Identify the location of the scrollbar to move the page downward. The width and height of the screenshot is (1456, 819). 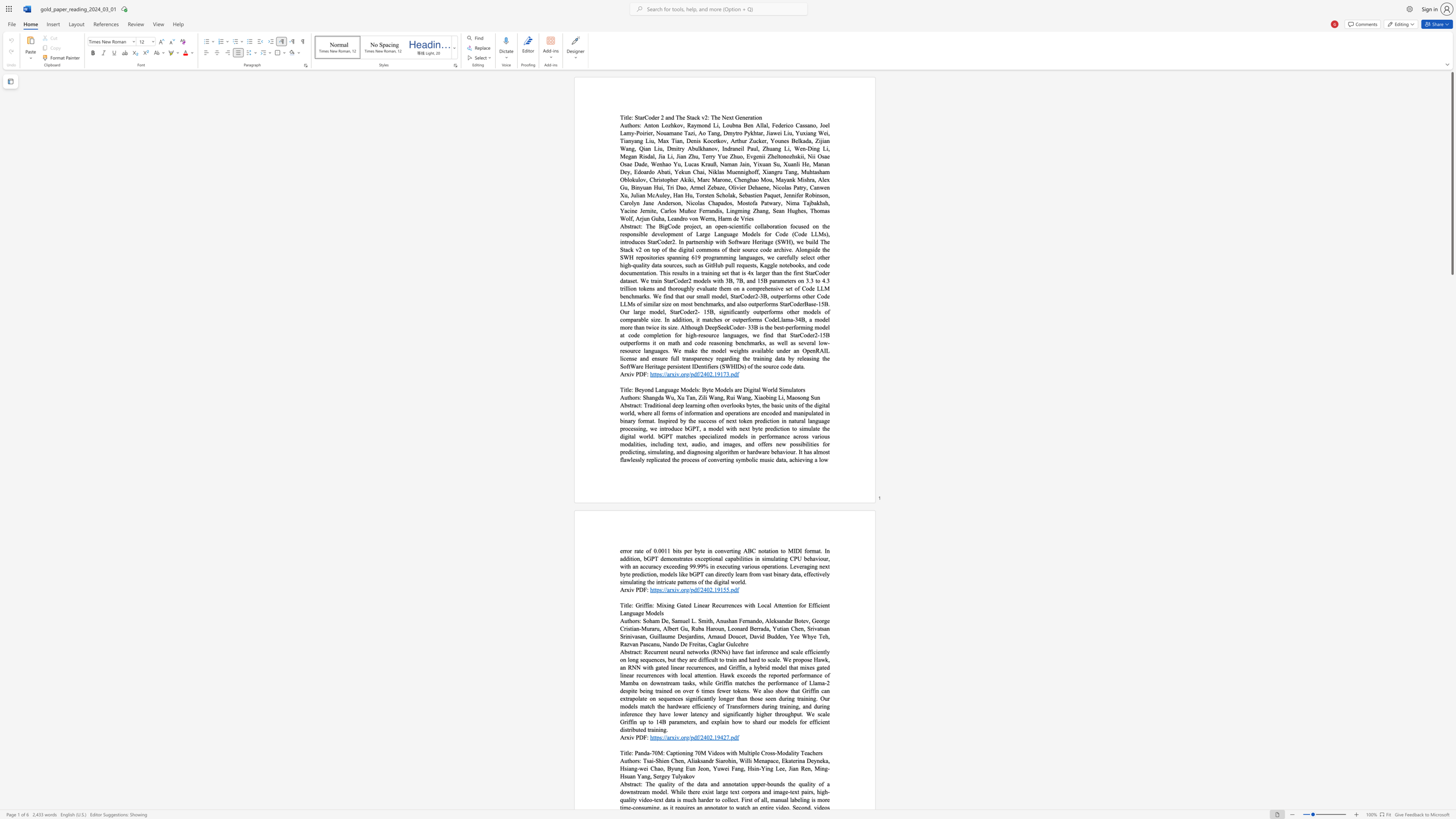
(1451, 500).